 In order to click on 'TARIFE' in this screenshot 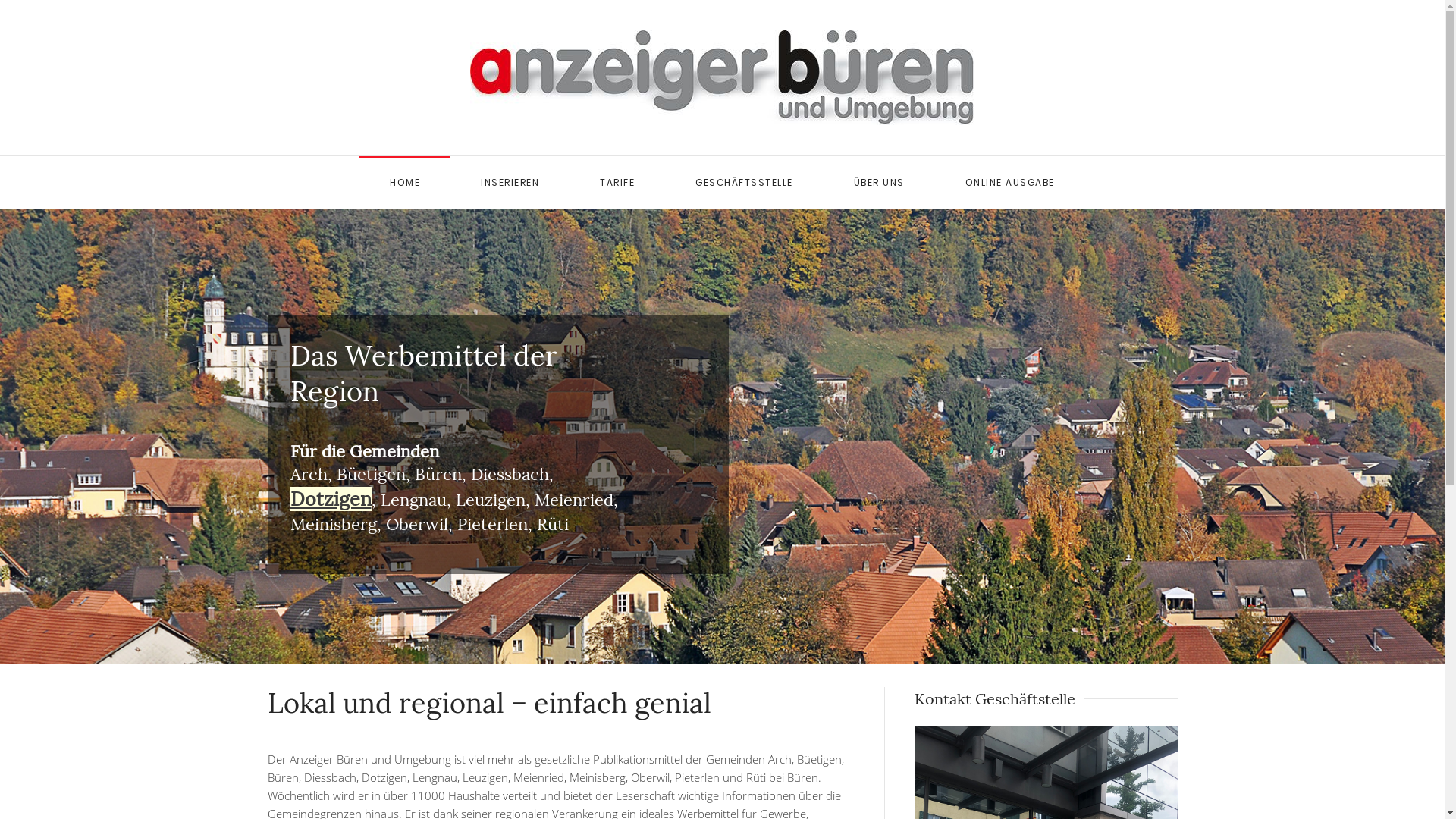, I will do `click(617, 181)`.